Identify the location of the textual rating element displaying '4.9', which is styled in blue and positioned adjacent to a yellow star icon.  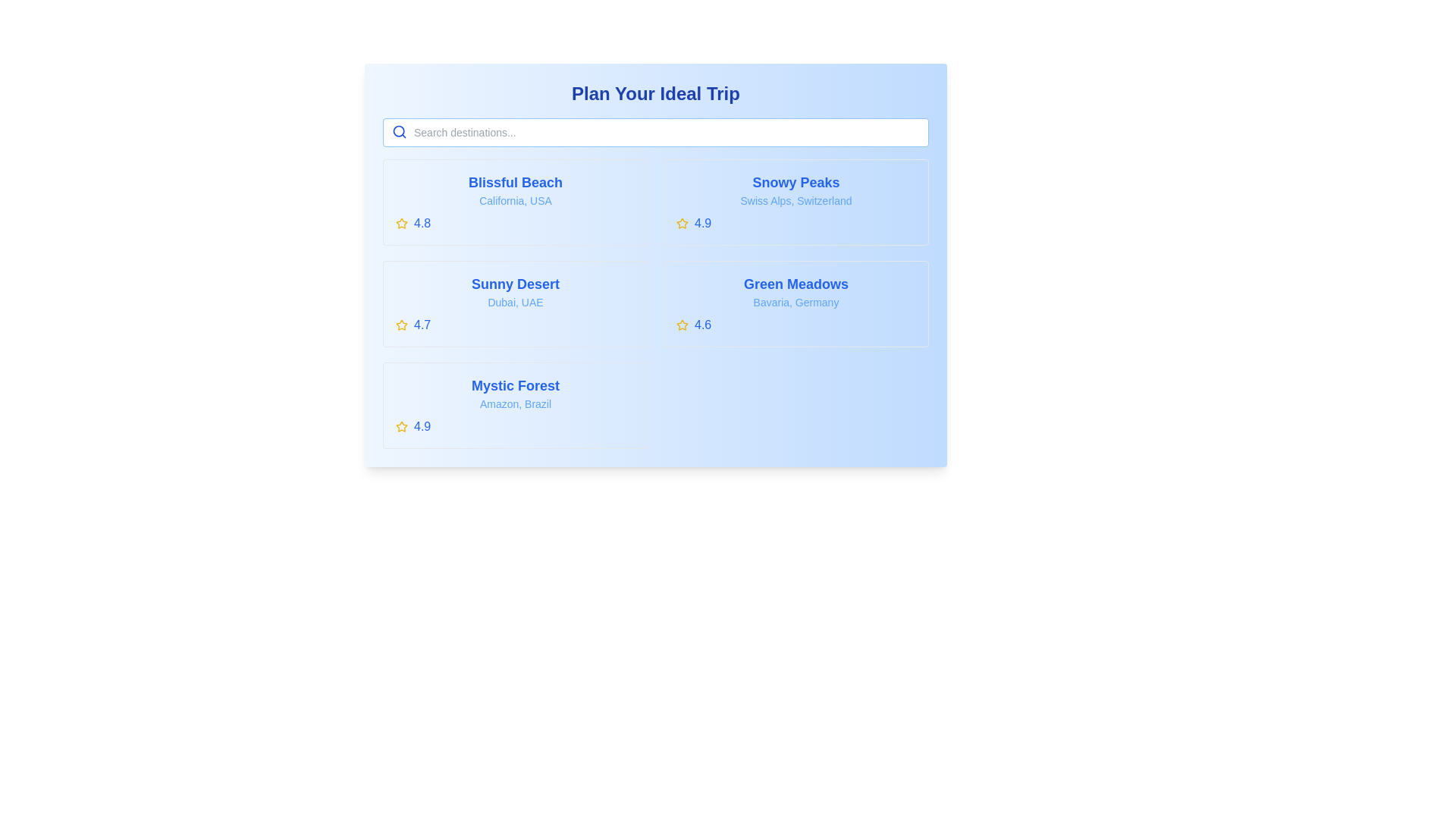
(702, 223).